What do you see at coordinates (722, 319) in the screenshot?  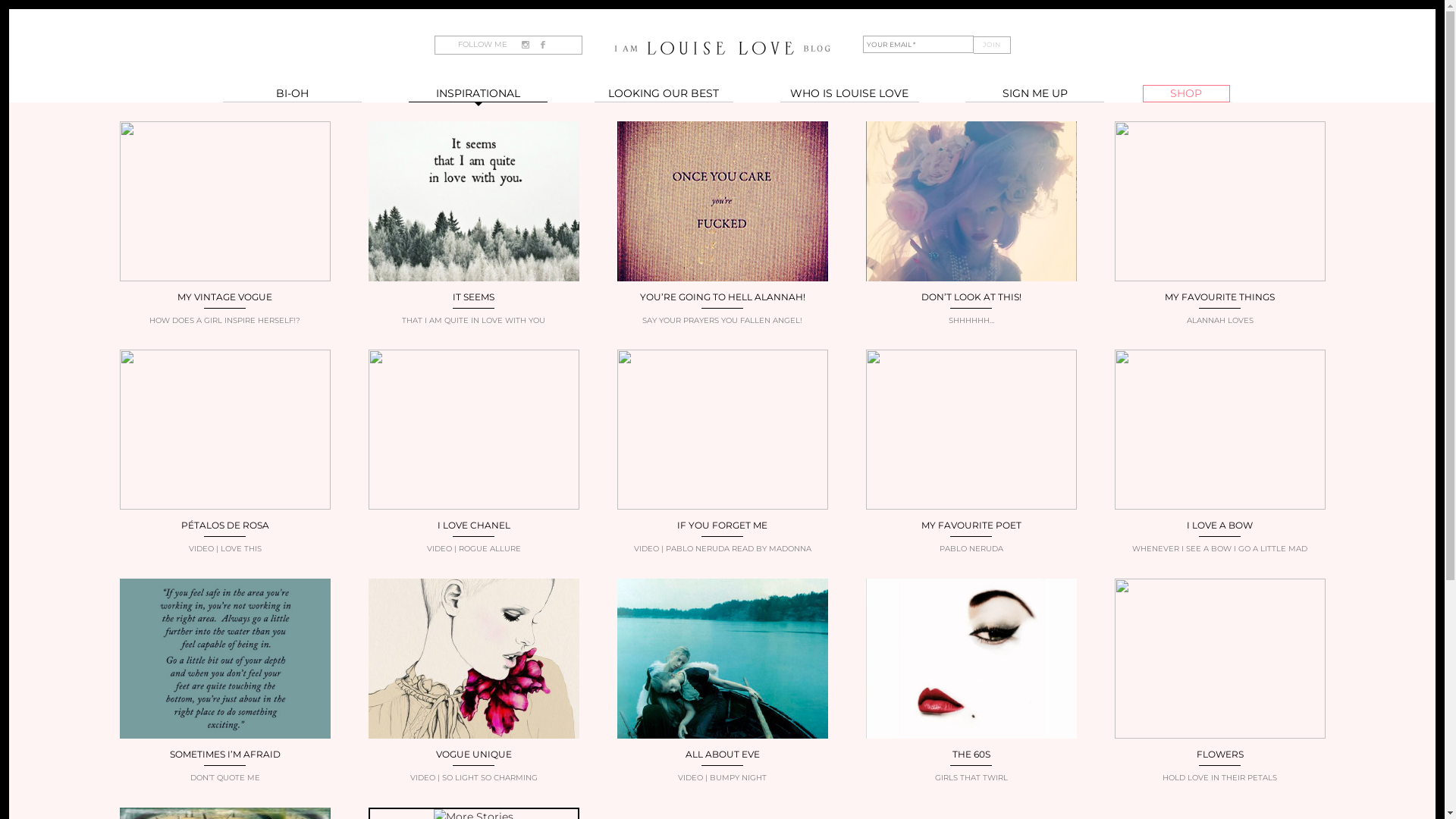 I see `'SAY YOUR PRAYERS YOU FALLEN ANGEL!'` at bounding box center [722, 319].